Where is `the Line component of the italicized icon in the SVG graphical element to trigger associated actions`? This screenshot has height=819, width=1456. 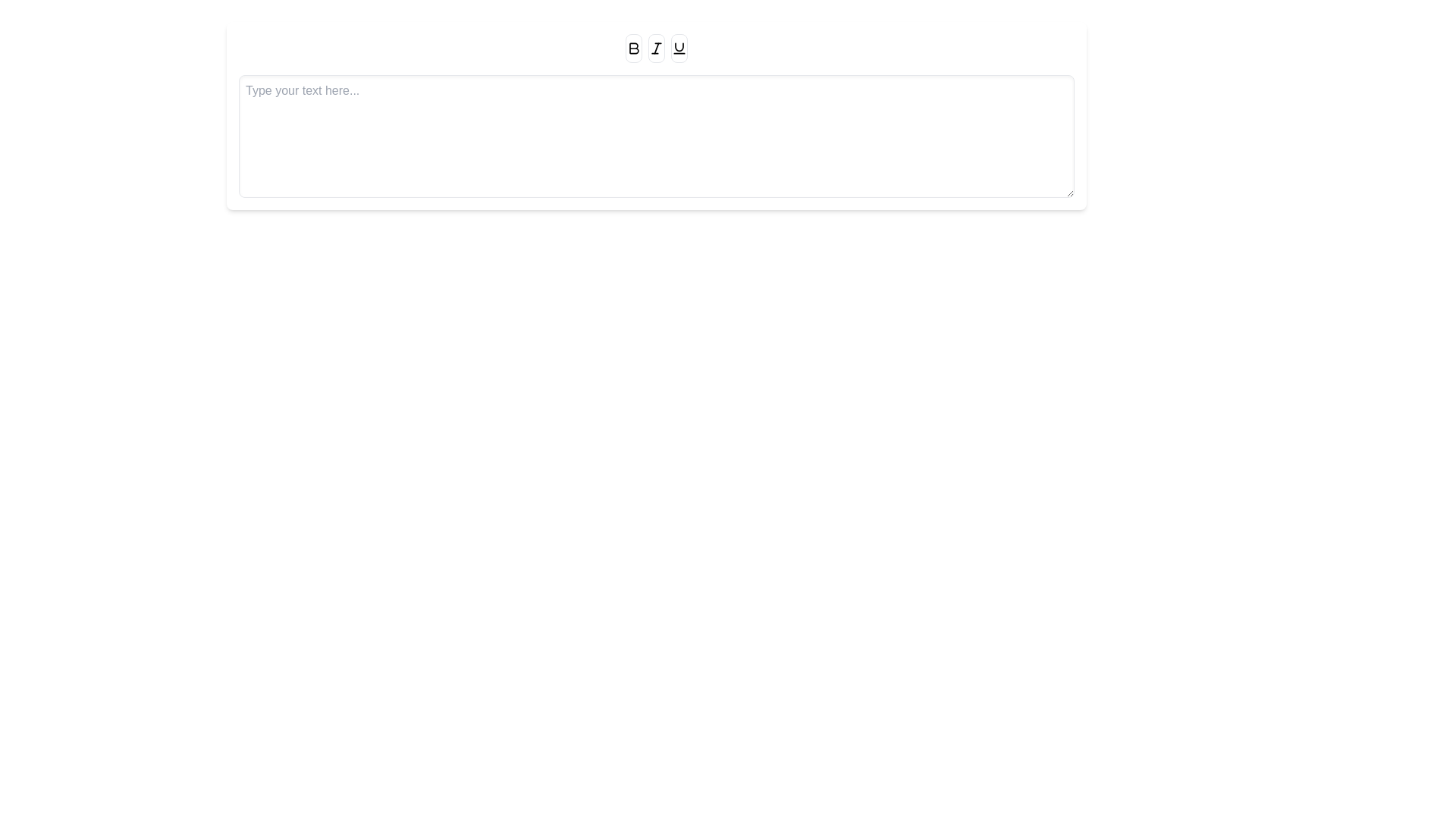 the Line component of the italicized icon in the SVG graphical element to trigger associated actions is located at coordinates (656, 46).